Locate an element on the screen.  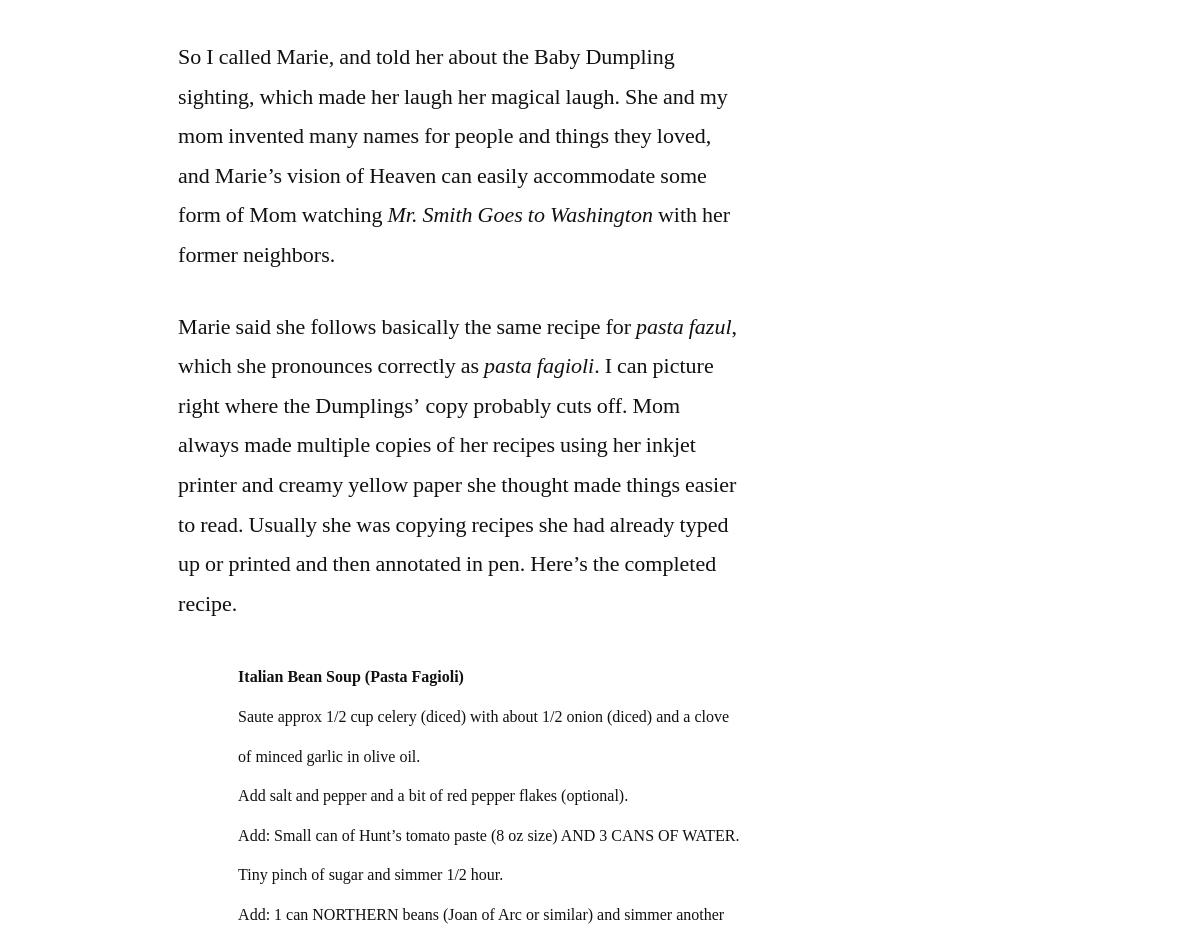
'. I can picture right where the Dumplings’ copy probably cuts off. Mom always made multiple copies of her recipes using her inkjet printer and creamy yellow paper she thought made things easier to read. Usually she was copying recipes she had already typed up or printed and then annotated in pen. Here’s the completed recipe.' is located at coordinates (457, 483).